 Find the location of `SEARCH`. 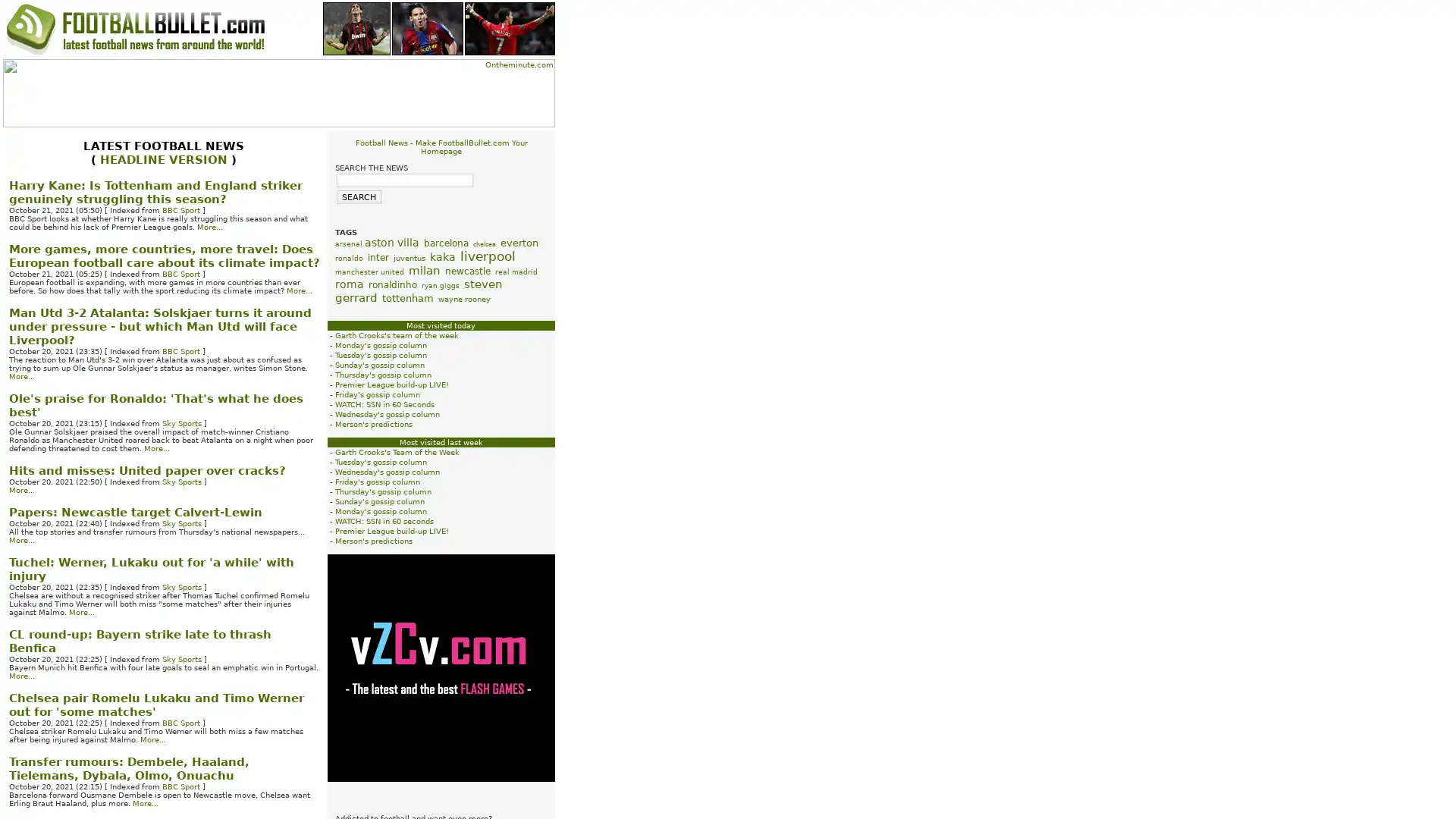

SEARCH is located at coordinates (358, 196).